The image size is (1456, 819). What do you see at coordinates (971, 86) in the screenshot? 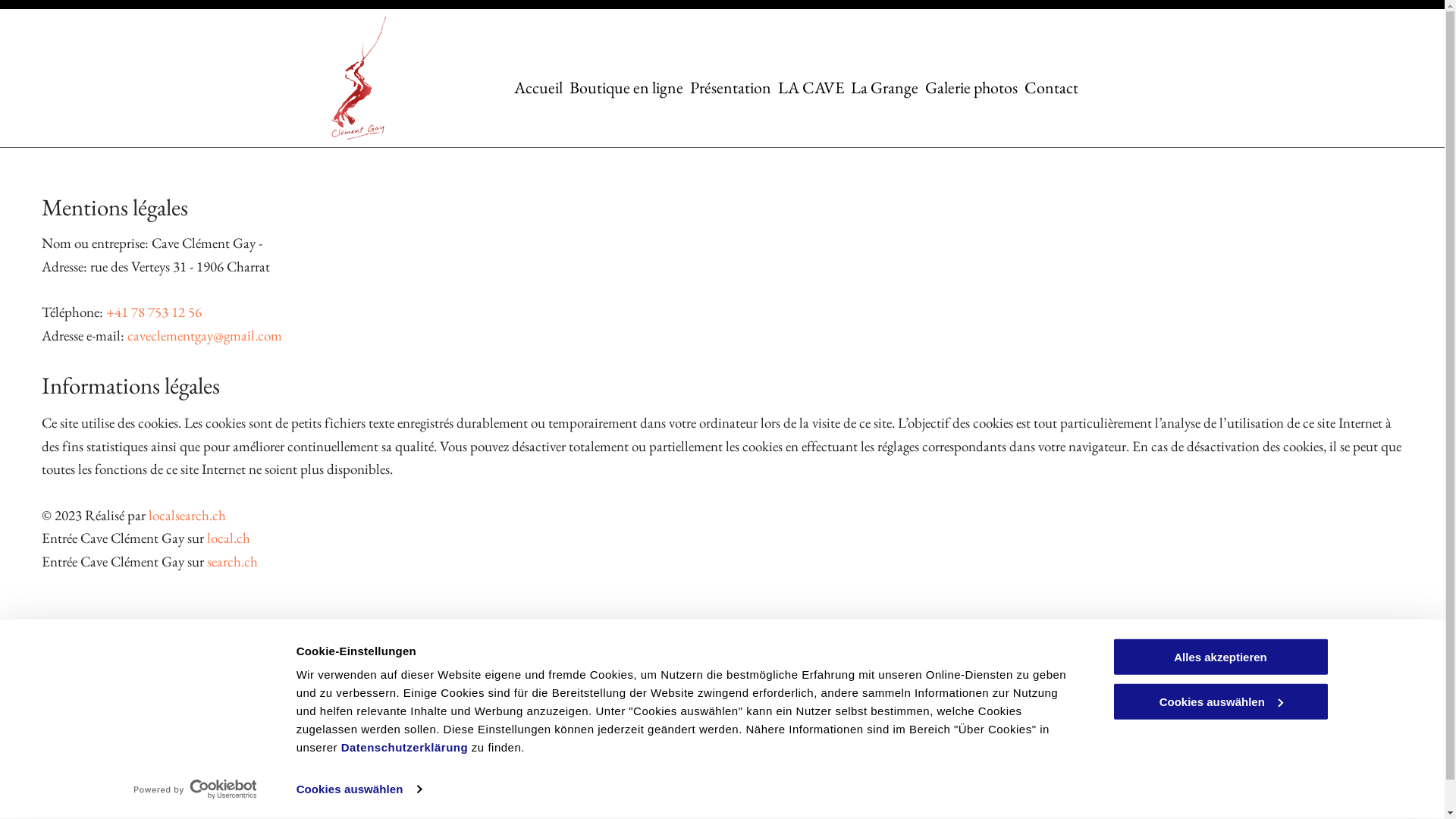
I see `'Galerie photos'` at bounding box center [971, 86].